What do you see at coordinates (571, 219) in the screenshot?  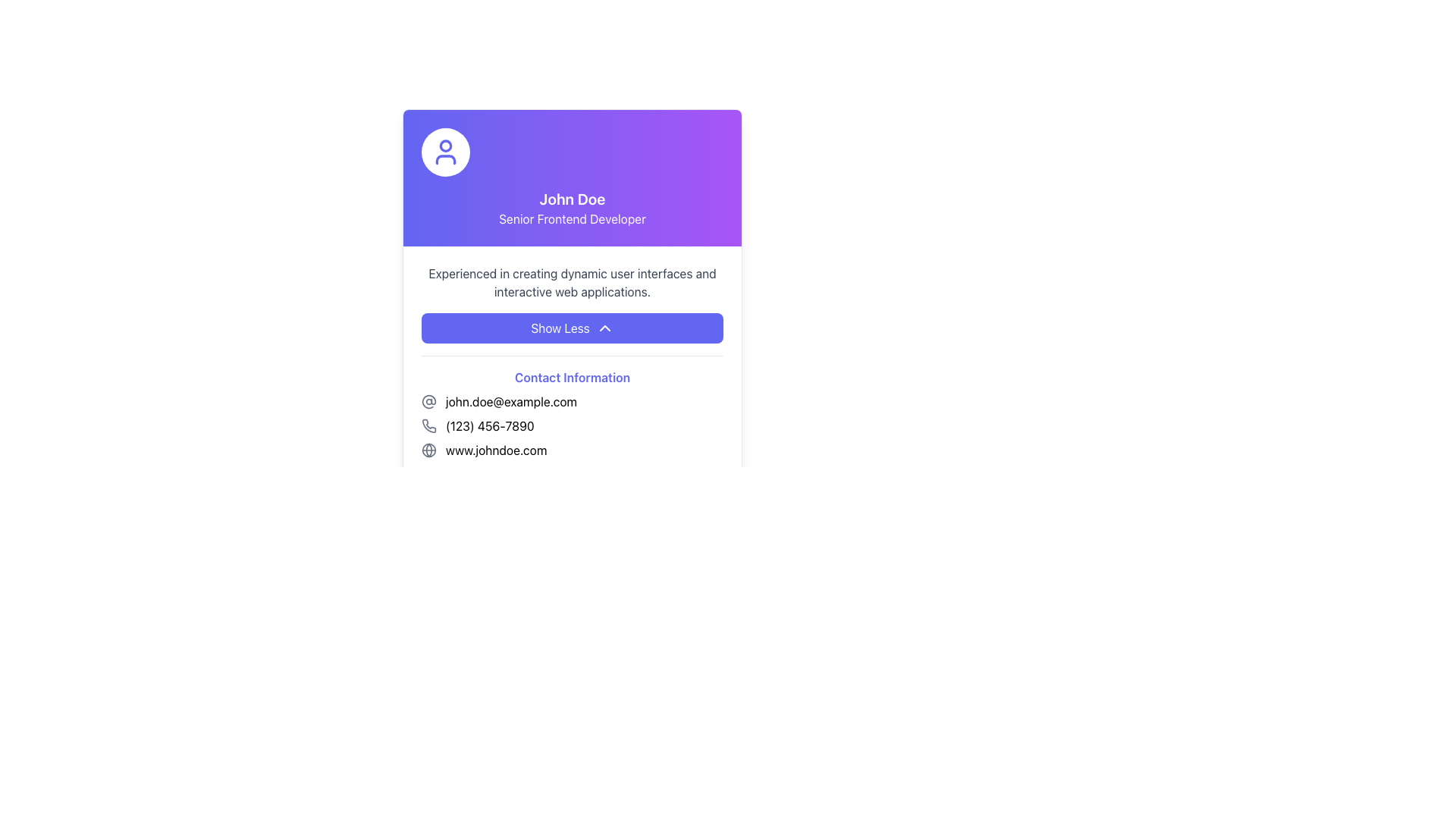 I see `the Text Label that designates the job title of the individual named 'John Doe', located below his name within the purple gradient background` at bounding box center [571, 219].